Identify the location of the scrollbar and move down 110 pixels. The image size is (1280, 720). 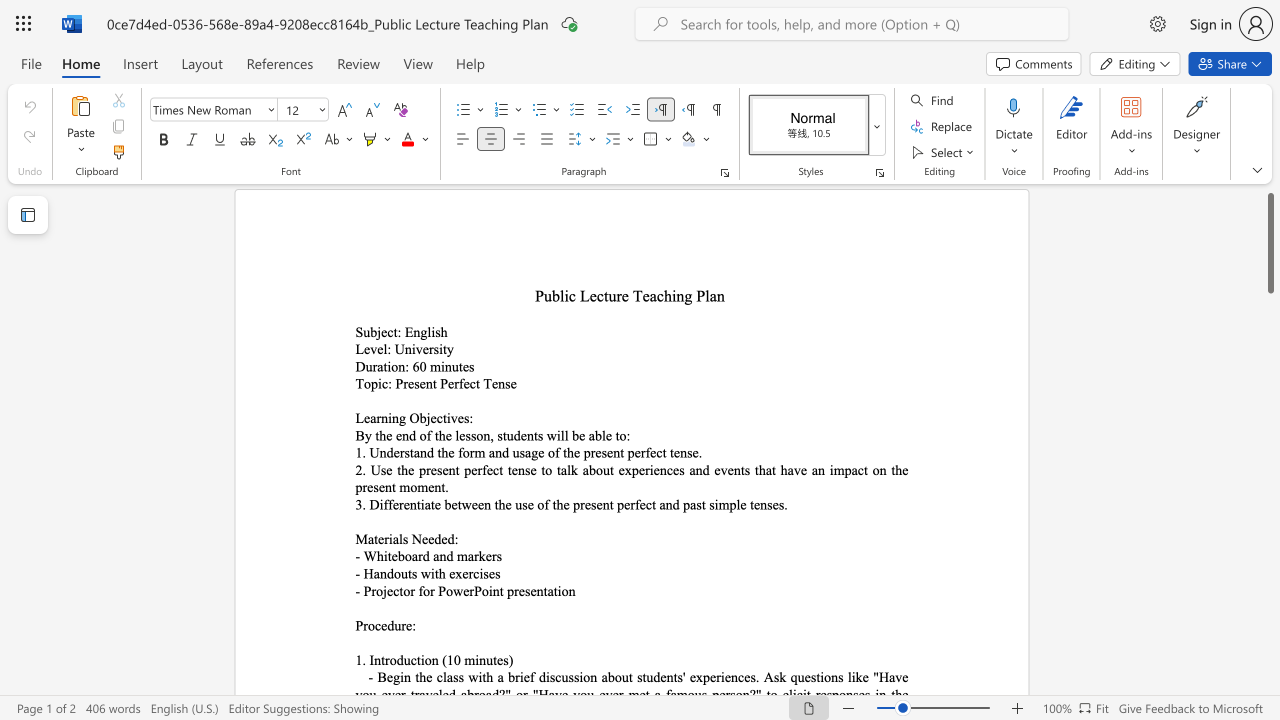
(1269, 242).